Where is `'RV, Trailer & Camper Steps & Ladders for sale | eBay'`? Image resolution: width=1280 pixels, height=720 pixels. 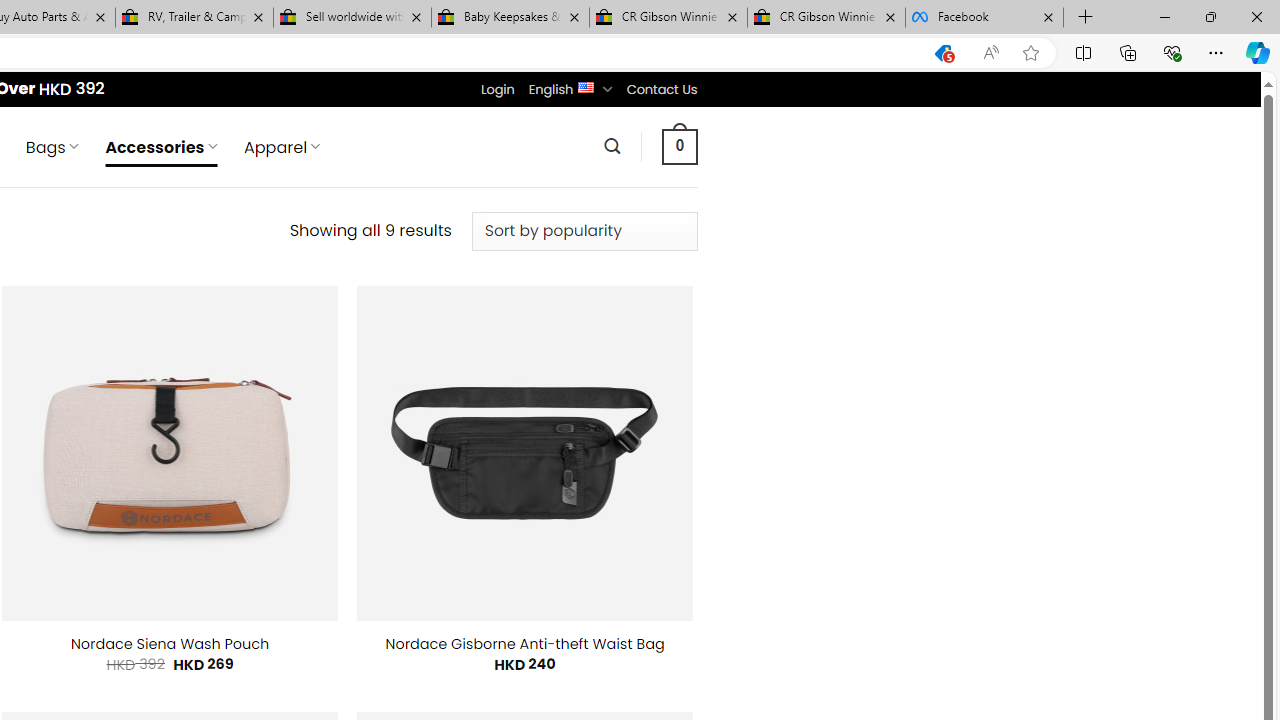 'RV, Trailer & Camper Steps & Ladders for sale | eBay' is located at coordinates (194, 17).